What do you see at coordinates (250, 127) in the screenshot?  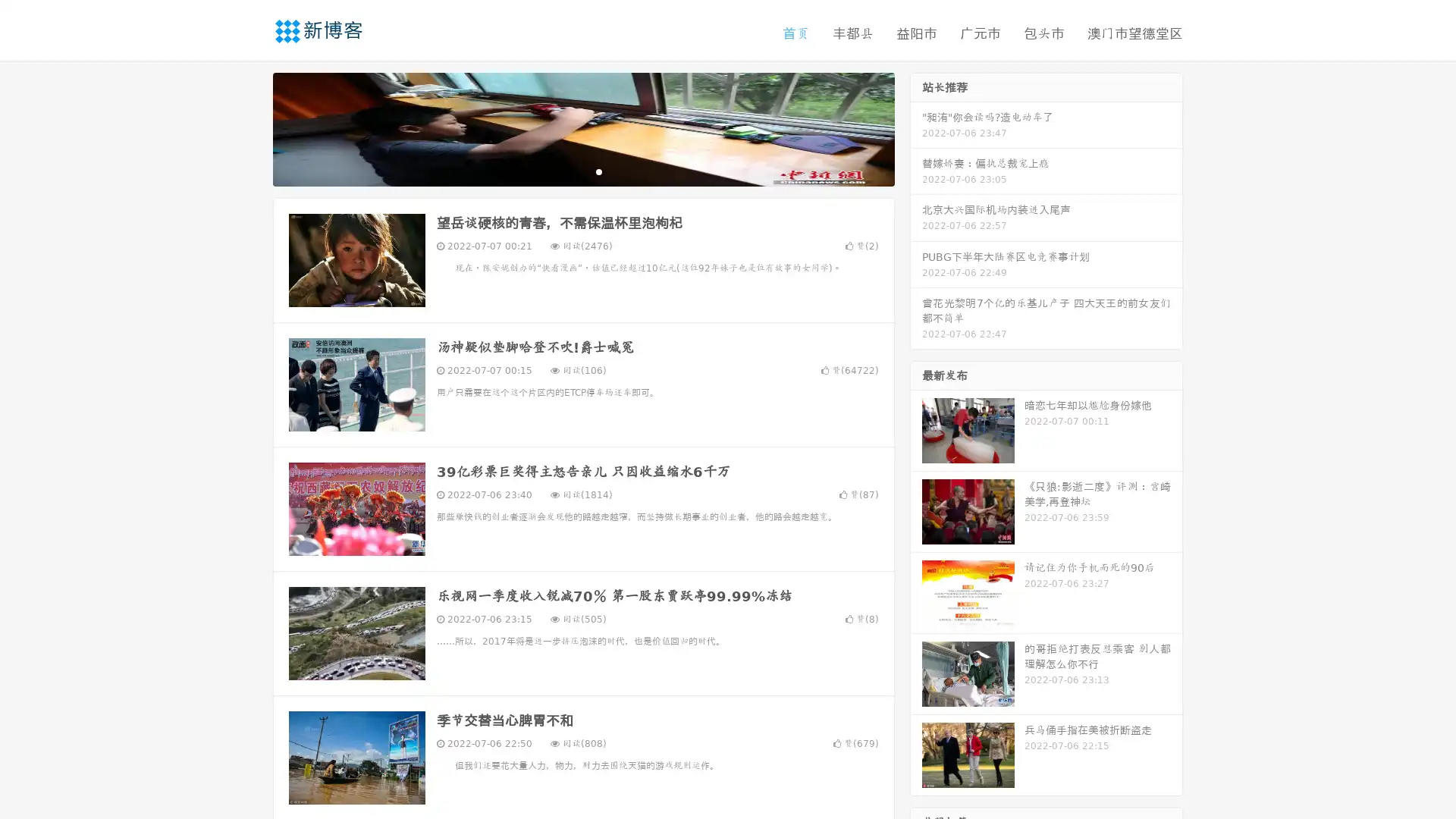 I see `Previous slide` at bounding box center [250, 127].